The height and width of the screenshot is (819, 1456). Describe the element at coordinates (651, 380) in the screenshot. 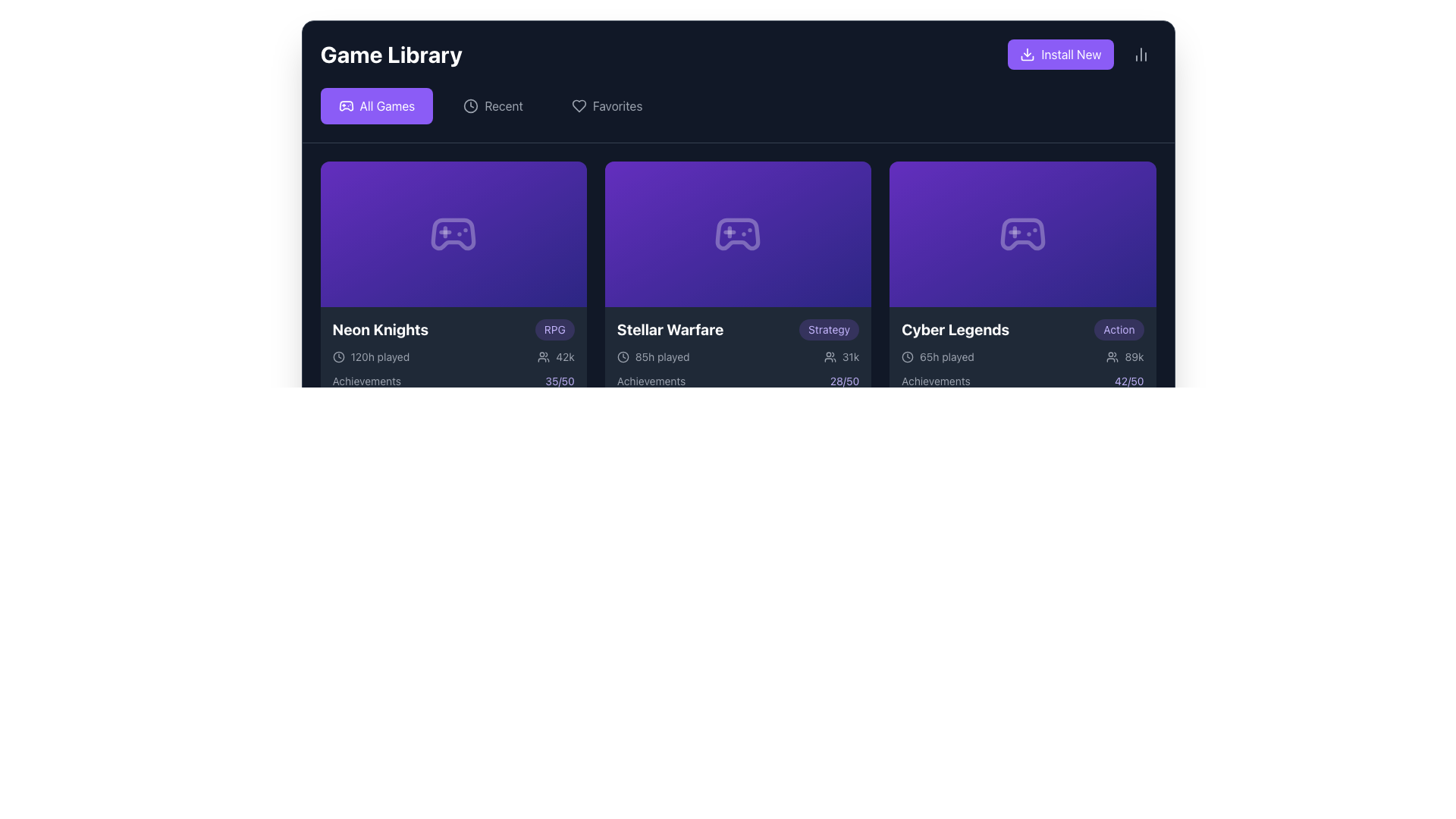

I see `the 'Achievements' static text label displayed in light gray color, located below the 'Stellar Warfare' game card` at that location.